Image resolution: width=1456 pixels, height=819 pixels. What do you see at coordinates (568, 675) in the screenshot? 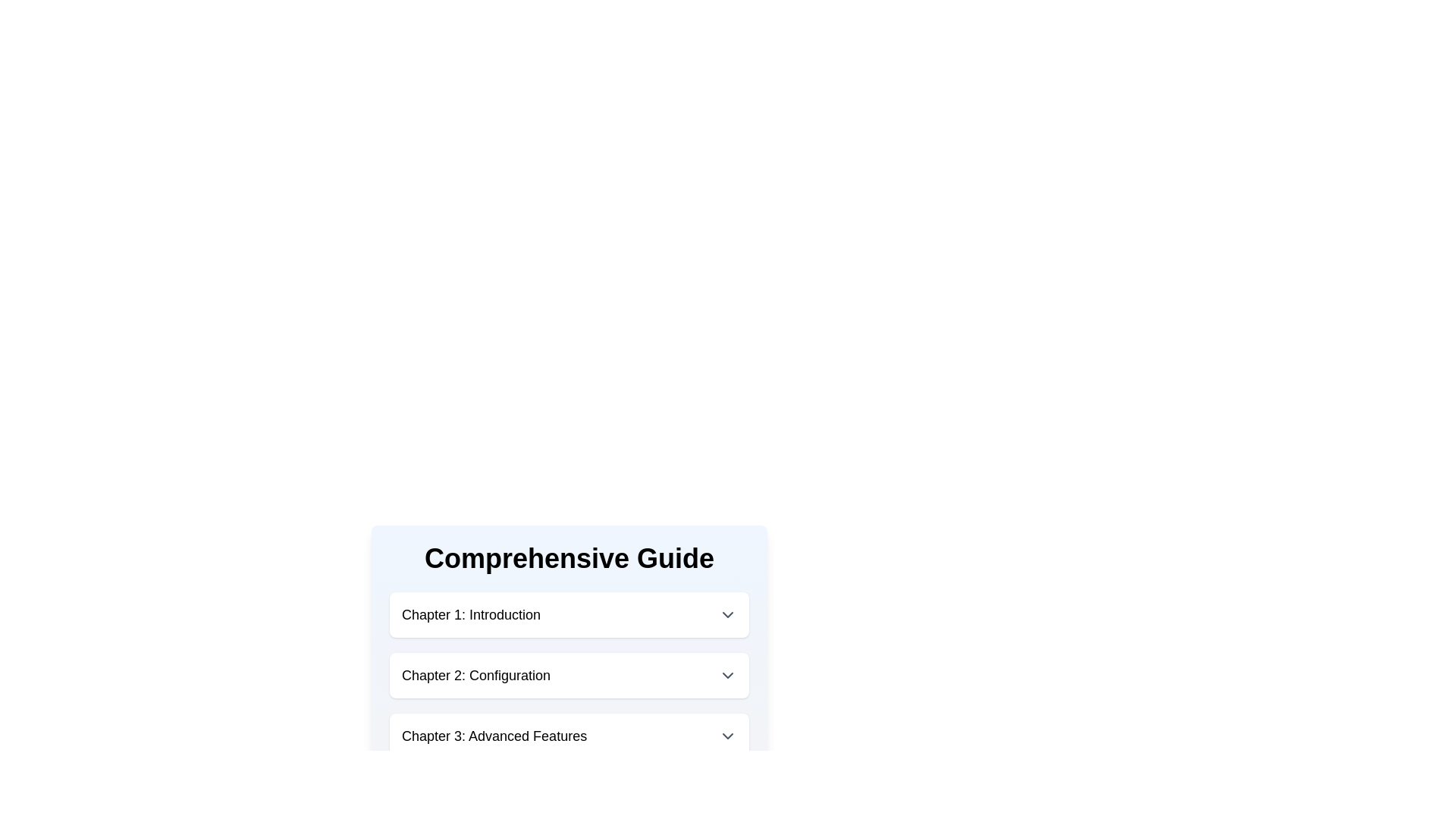
I see `the Accordion header labeled 'Chapter 2: Configuration' for navigation` at bounding box center [568, 675].